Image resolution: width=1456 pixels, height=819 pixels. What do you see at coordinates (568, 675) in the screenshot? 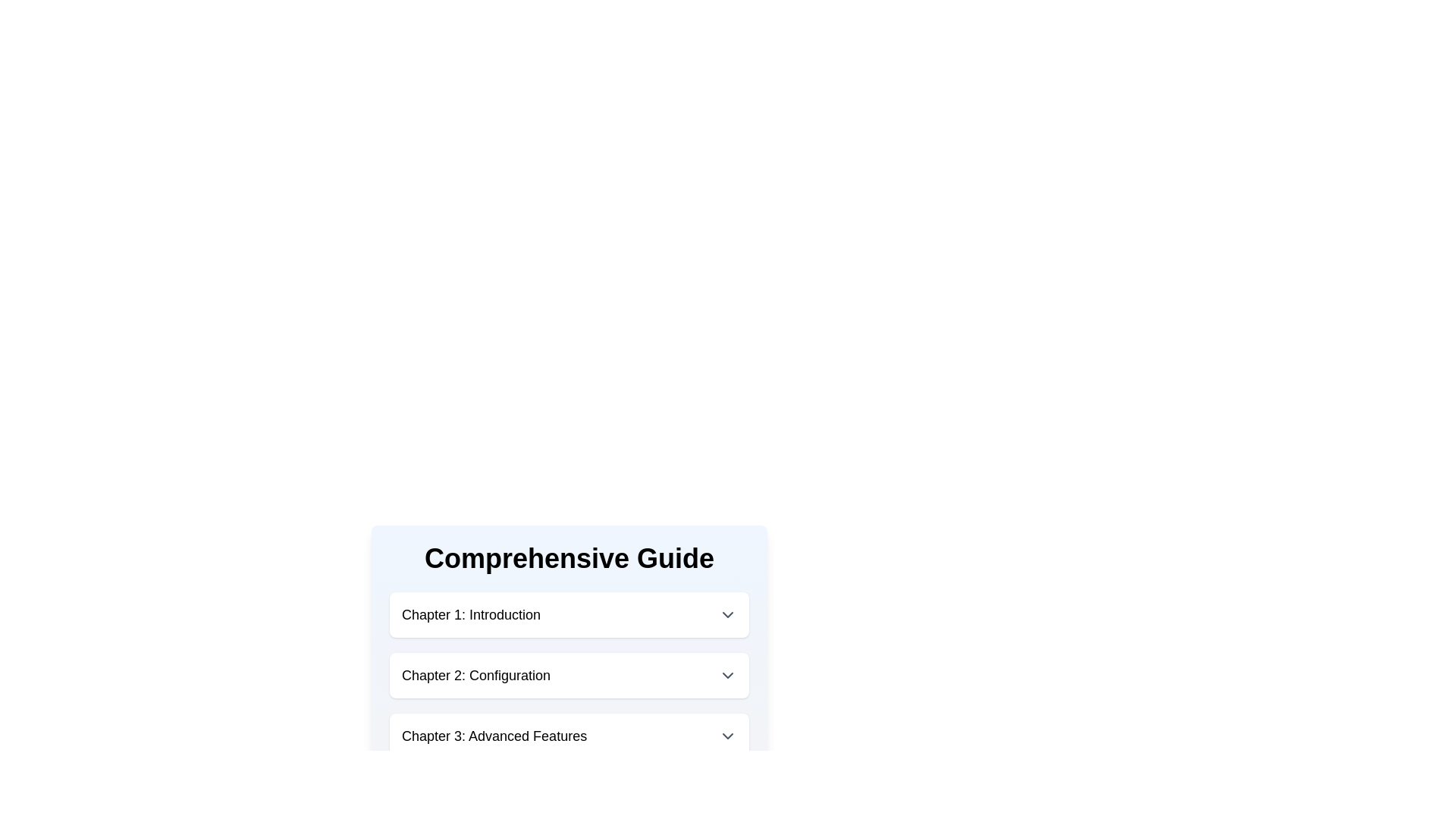
I see `the Accordion header labeled 'Chapter 2: Configuration' for navigation` at bounding box center [568, 675].